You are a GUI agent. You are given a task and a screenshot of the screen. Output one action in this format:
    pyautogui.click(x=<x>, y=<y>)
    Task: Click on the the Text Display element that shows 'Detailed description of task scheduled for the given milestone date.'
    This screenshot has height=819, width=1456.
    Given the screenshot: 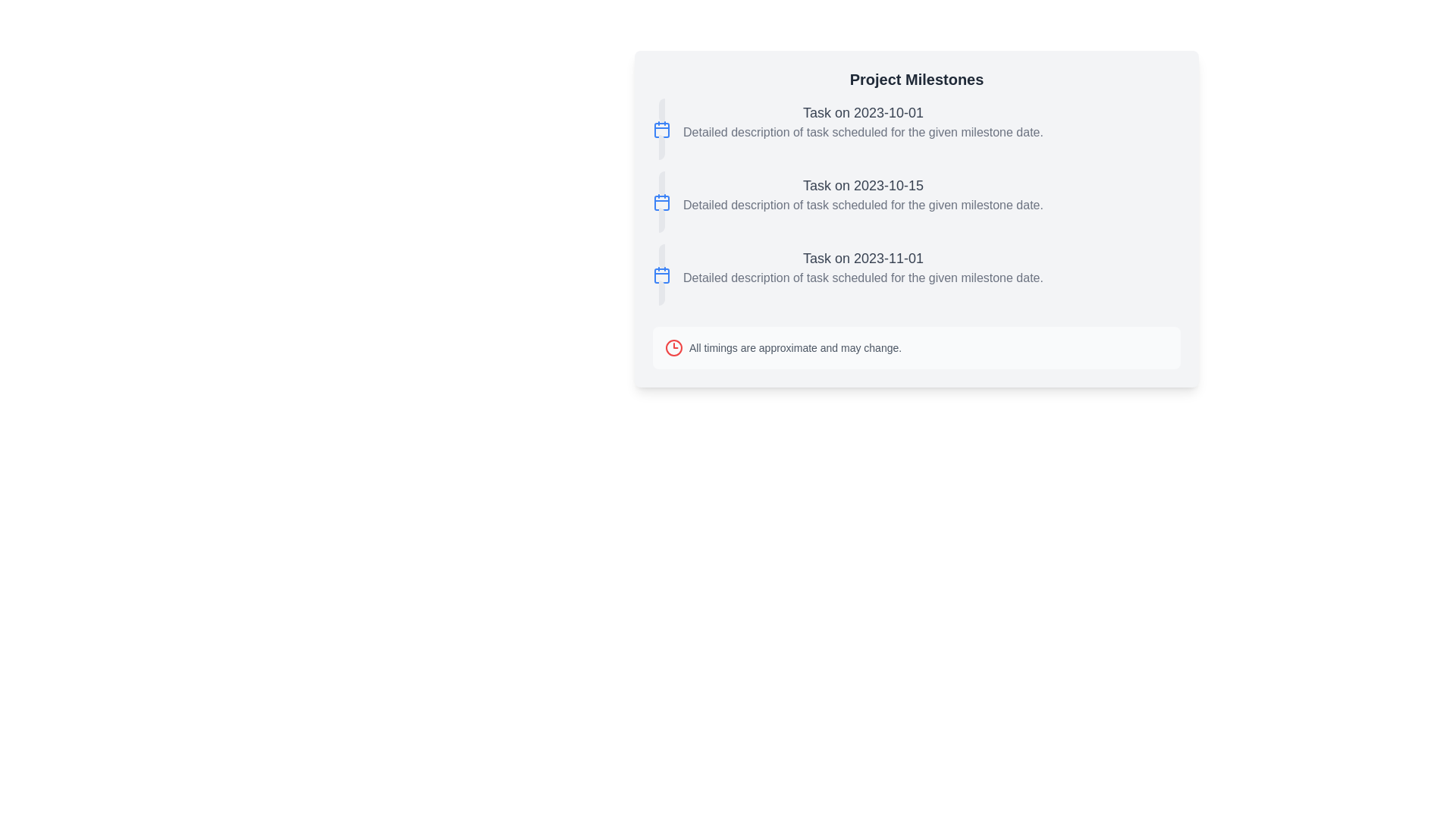 What is the action you would take?
    pyautogui.click(x=863, y=205)
    